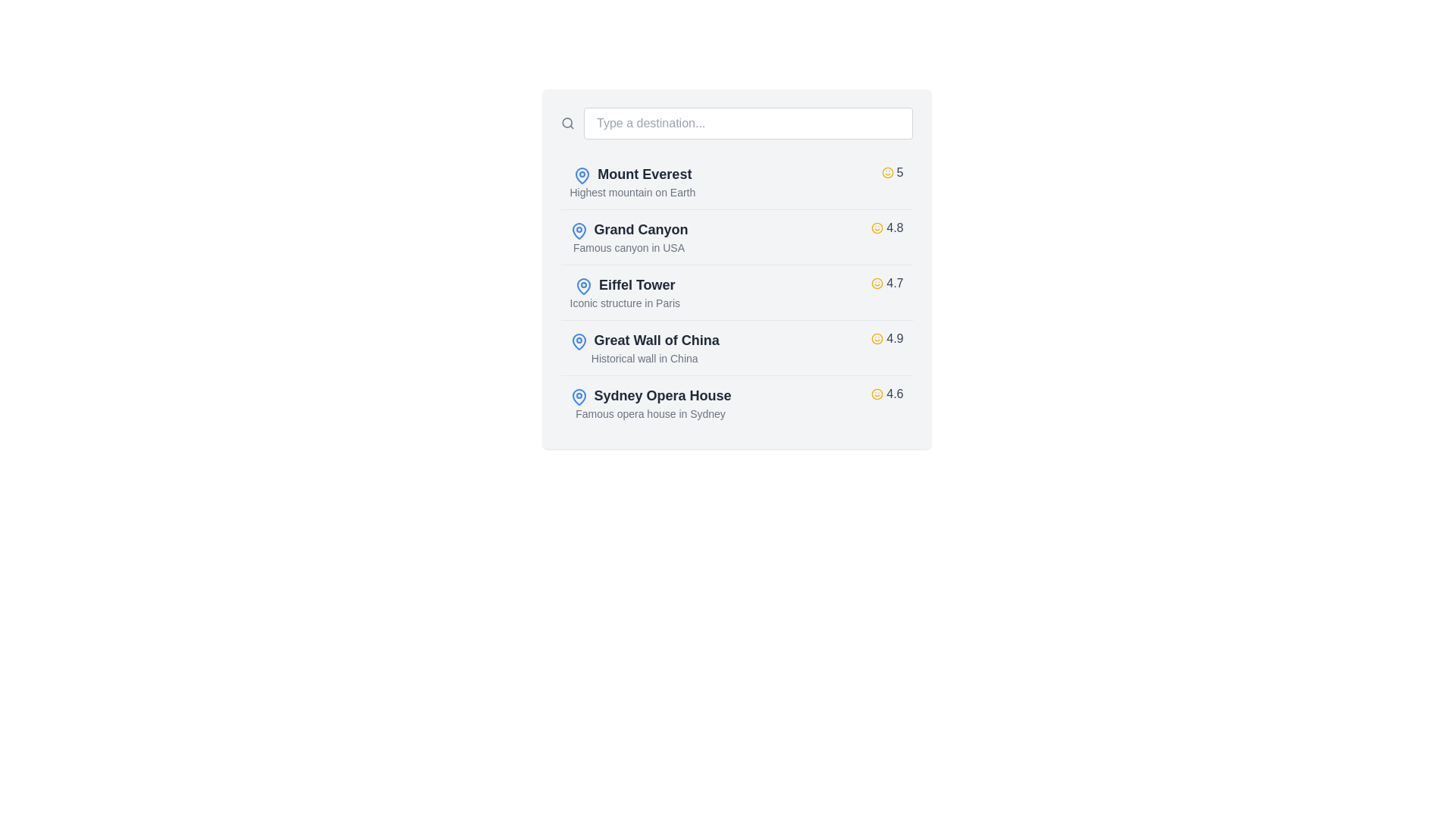 The width and height of the screenshot is (1456, 819). What do you see at coordinates (877, 338) in the screenshot?
I see `the rating icon representing a score of 4.9, located to the right of the fifth item's title and description text on the main interface` at bounding box center [877, 338].